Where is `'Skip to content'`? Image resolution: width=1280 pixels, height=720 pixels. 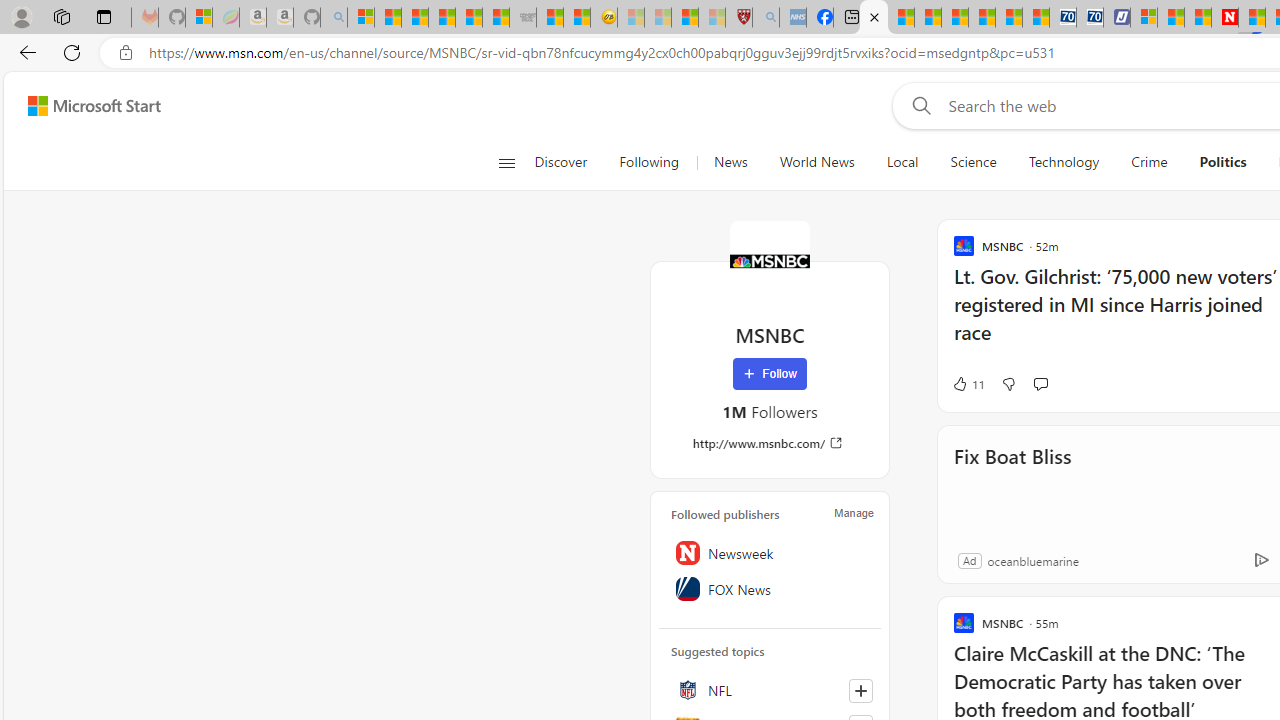 'Skip to content' is located at coordinates (86, 105).